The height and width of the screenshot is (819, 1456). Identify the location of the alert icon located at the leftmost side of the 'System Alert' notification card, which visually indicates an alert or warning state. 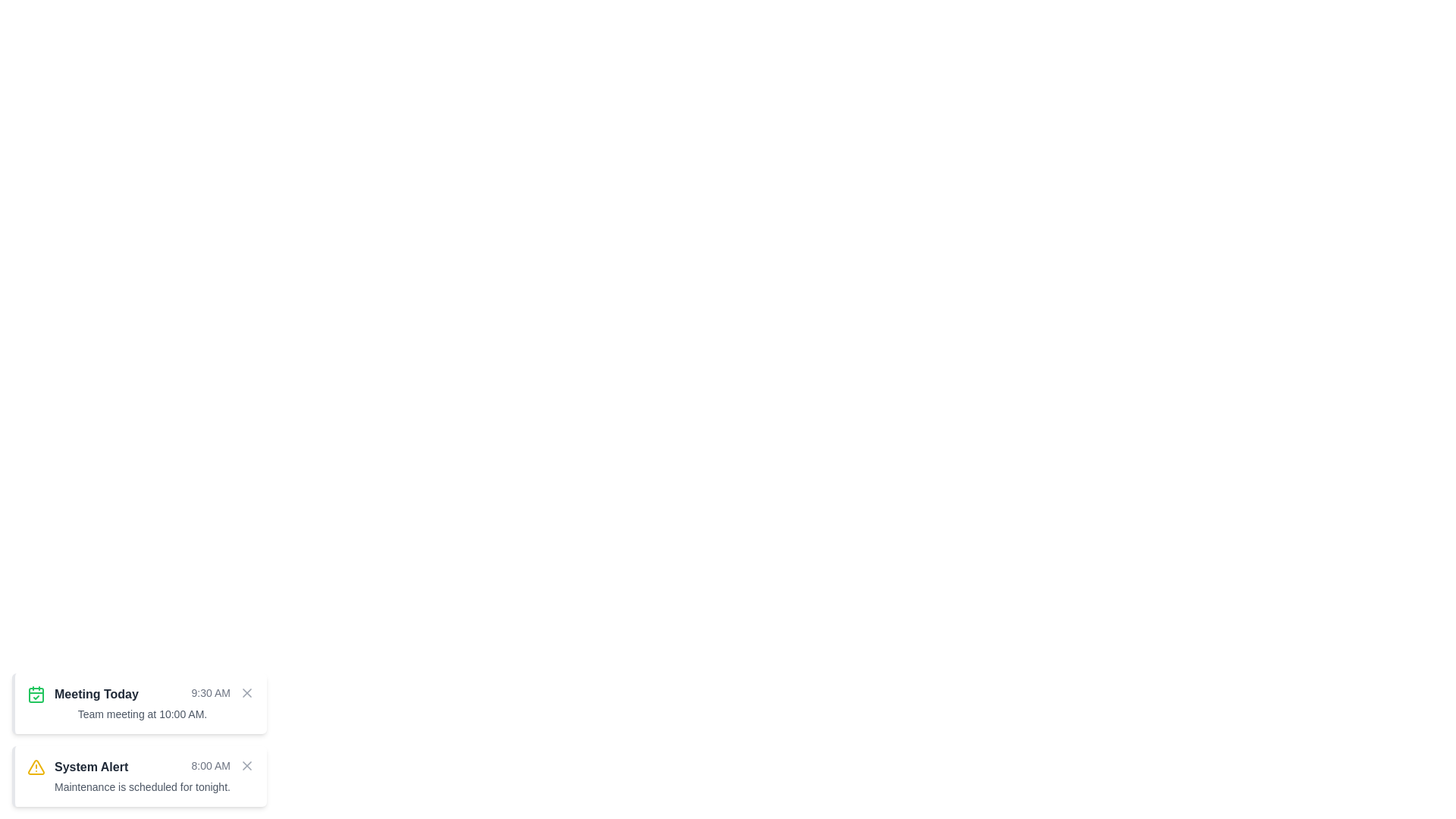
(36, 767).